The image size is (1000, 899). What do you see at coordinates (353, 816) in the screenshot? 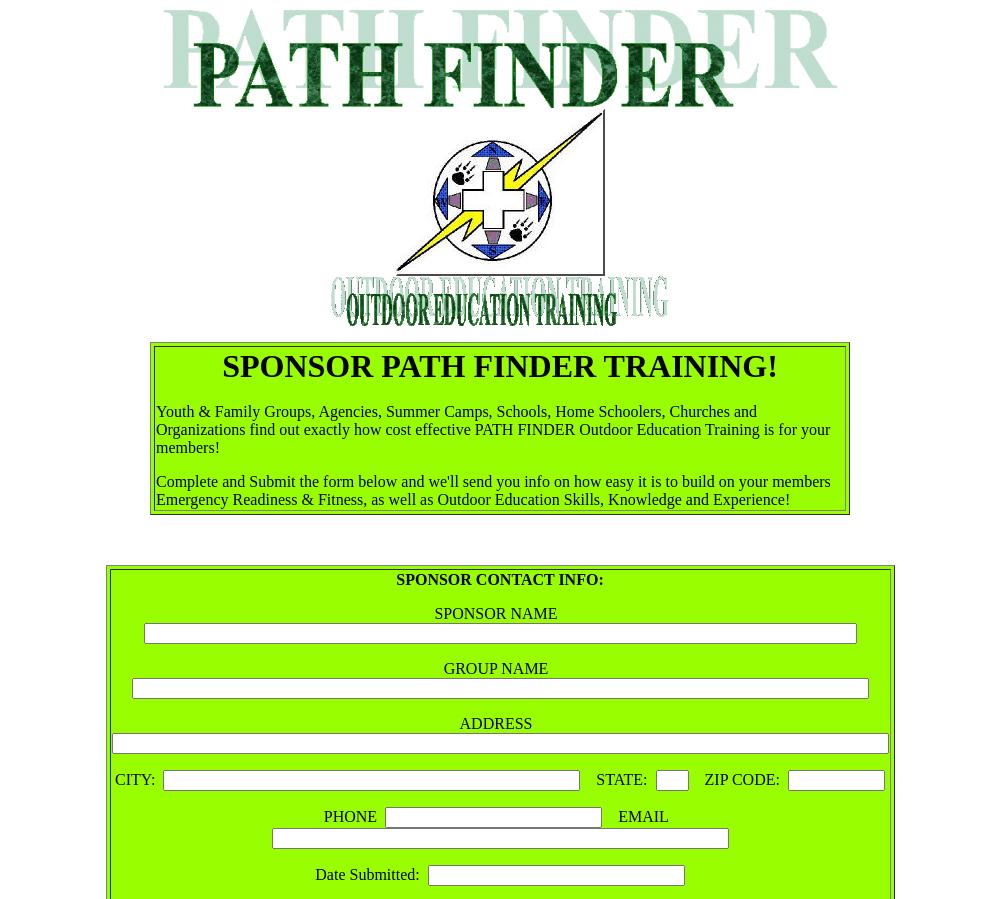
I see `'PHONE'` at bounding box center [353, 816].